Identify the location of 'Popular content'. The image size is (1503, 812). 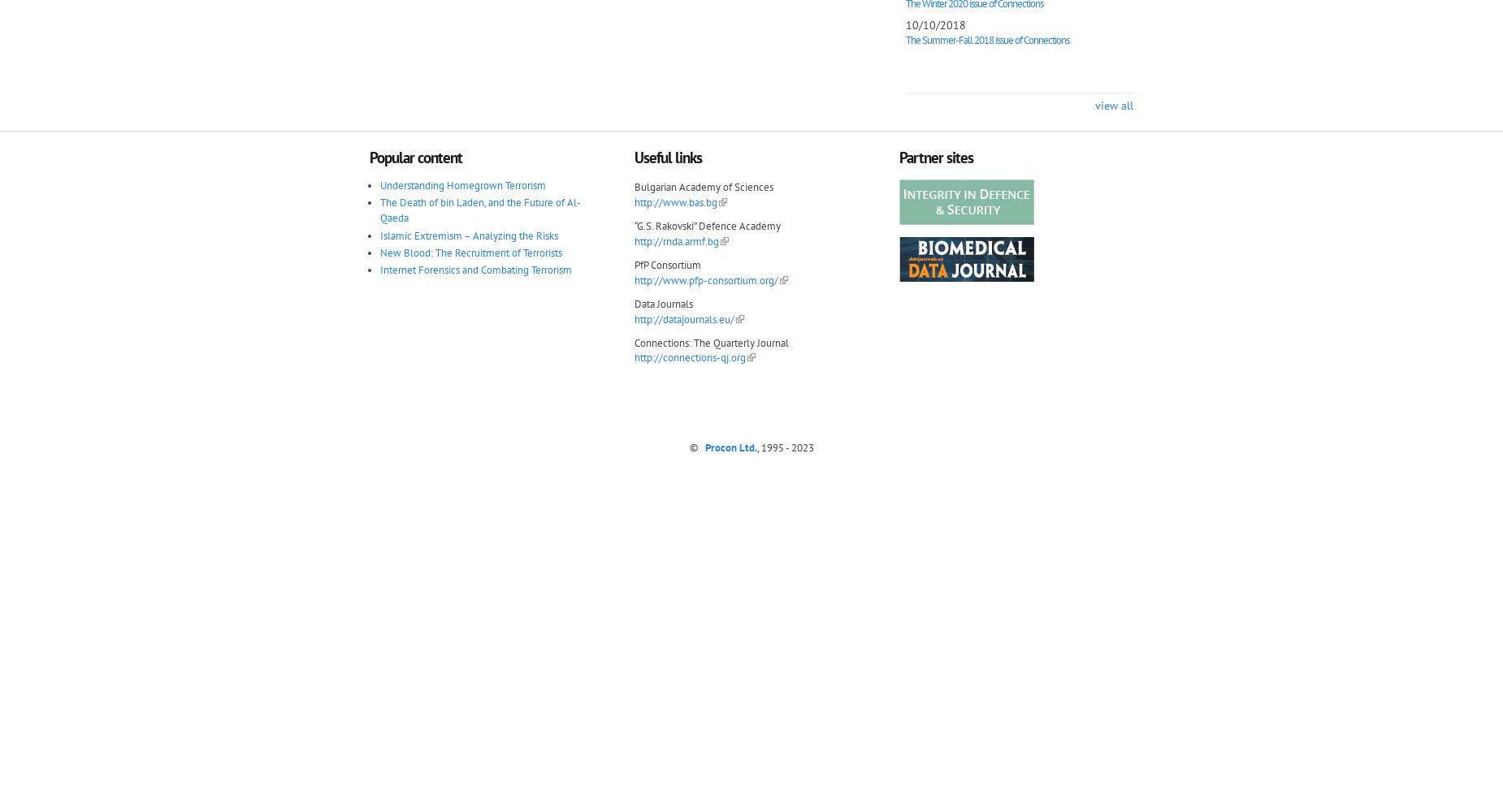
(416, 156).